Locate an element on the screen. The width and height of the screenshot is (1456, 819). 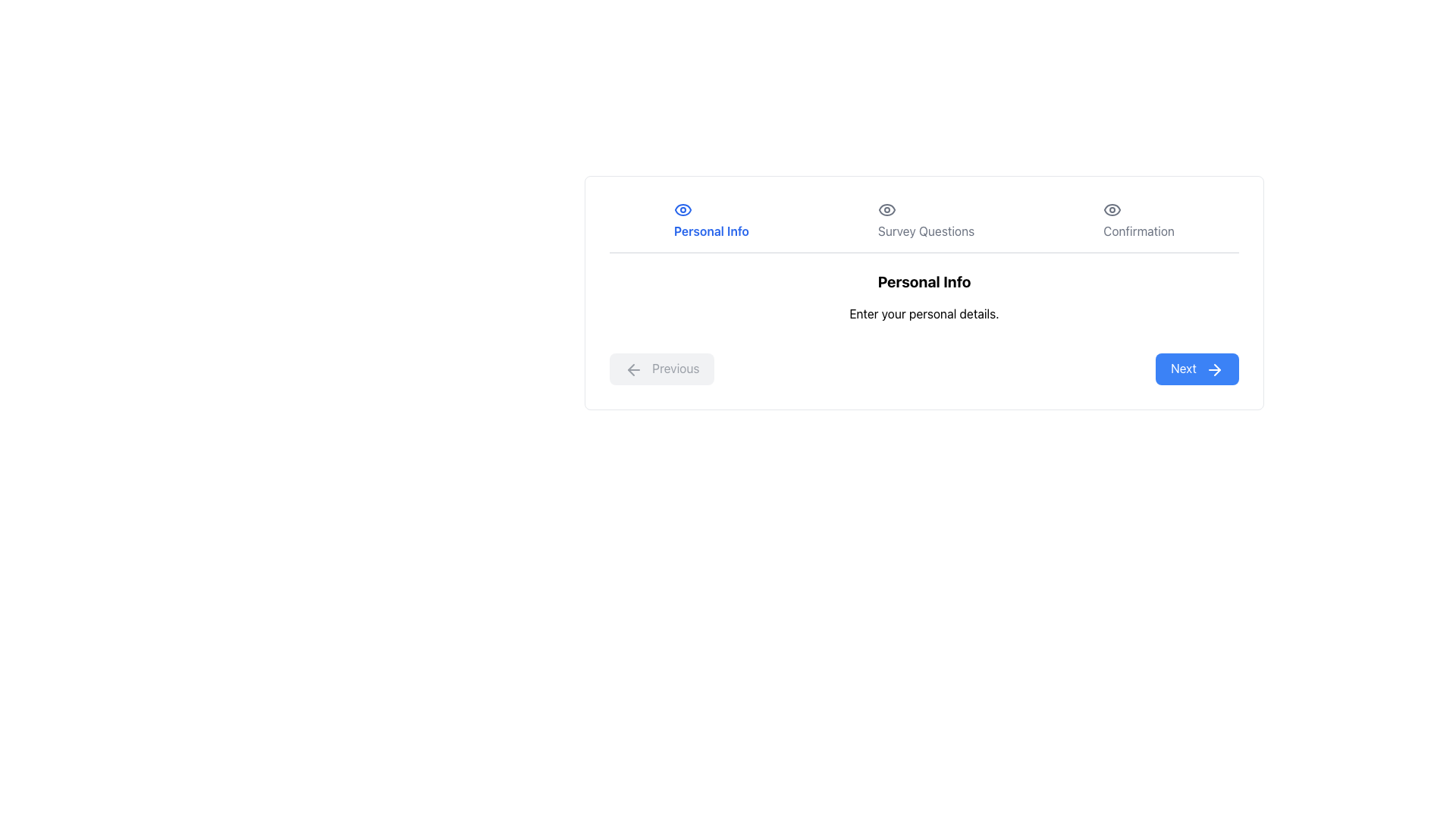
the 'Next' button with a blue background and white text, which is the second button in a horizontal group is located at coordinates (1197, 369).